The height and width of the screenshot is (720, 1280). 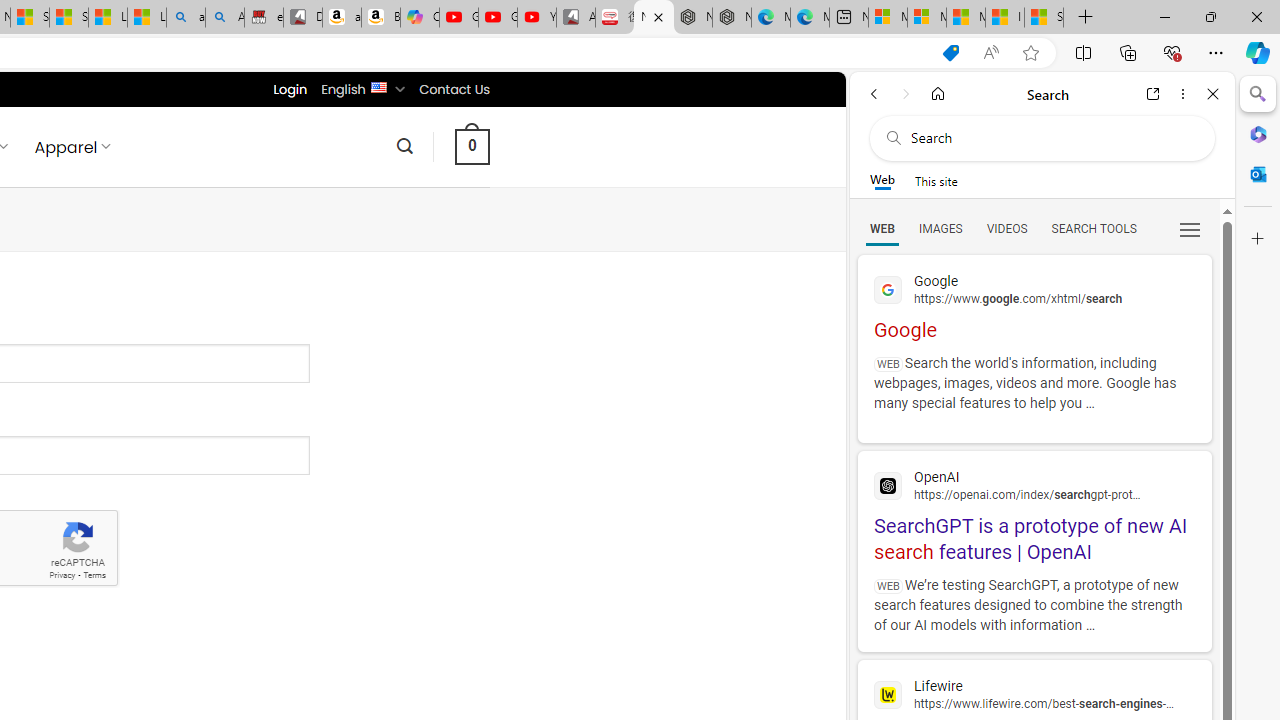 What do you see at coordinates (1257, 133) in the screenshot?
I see `'Microsoft 365'` at bounding box center [1257, 133].